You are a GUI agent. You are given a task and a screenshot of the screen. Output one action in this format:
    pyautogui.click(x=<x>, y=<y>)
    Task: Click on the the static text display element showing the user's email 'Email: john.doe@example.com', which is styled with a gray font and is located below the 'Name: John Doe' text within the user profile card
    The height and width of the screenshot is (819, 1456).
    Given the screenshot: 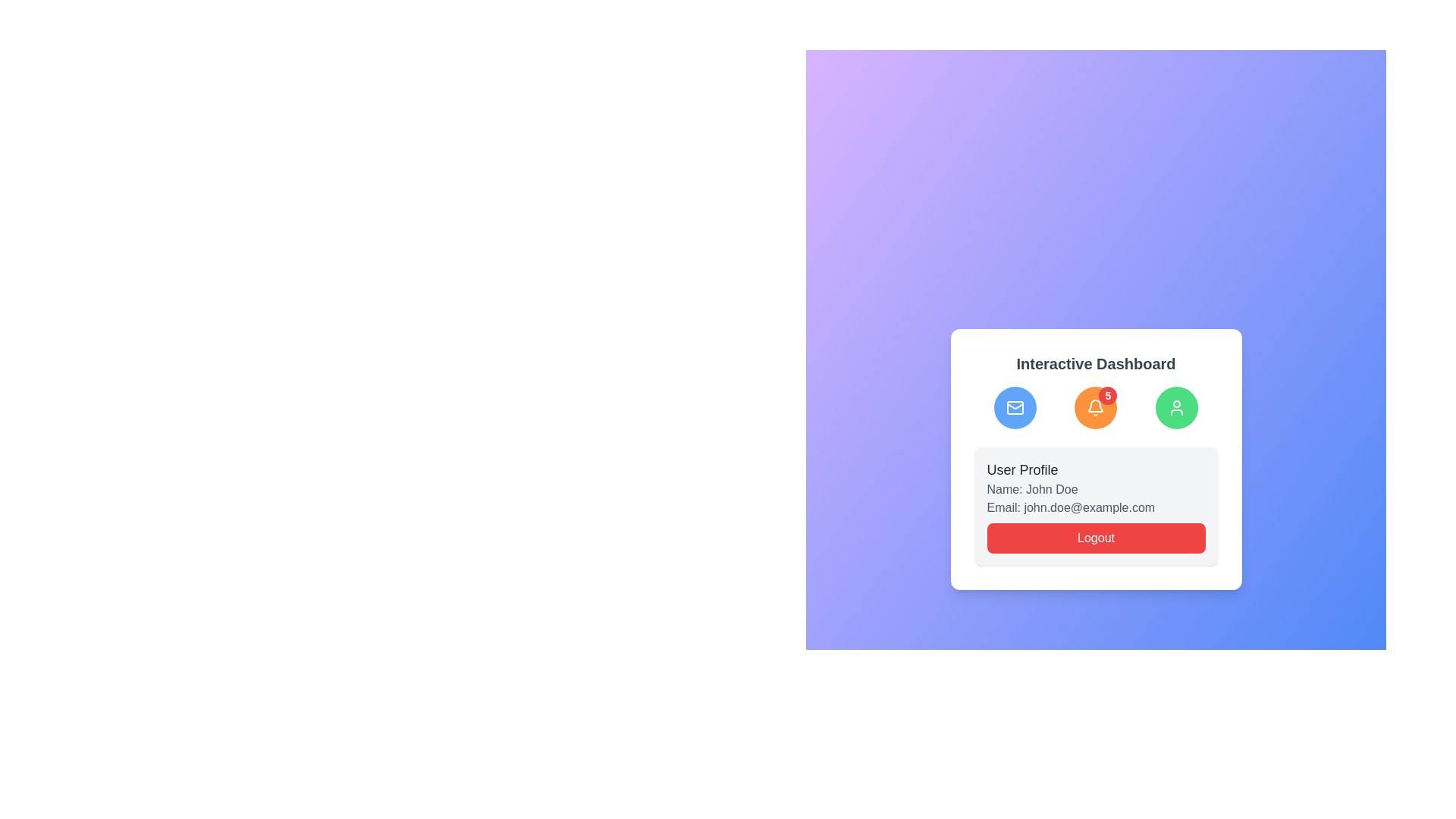 What is the action you would take?
    pyautogui.click(x=1096, y=508)
    